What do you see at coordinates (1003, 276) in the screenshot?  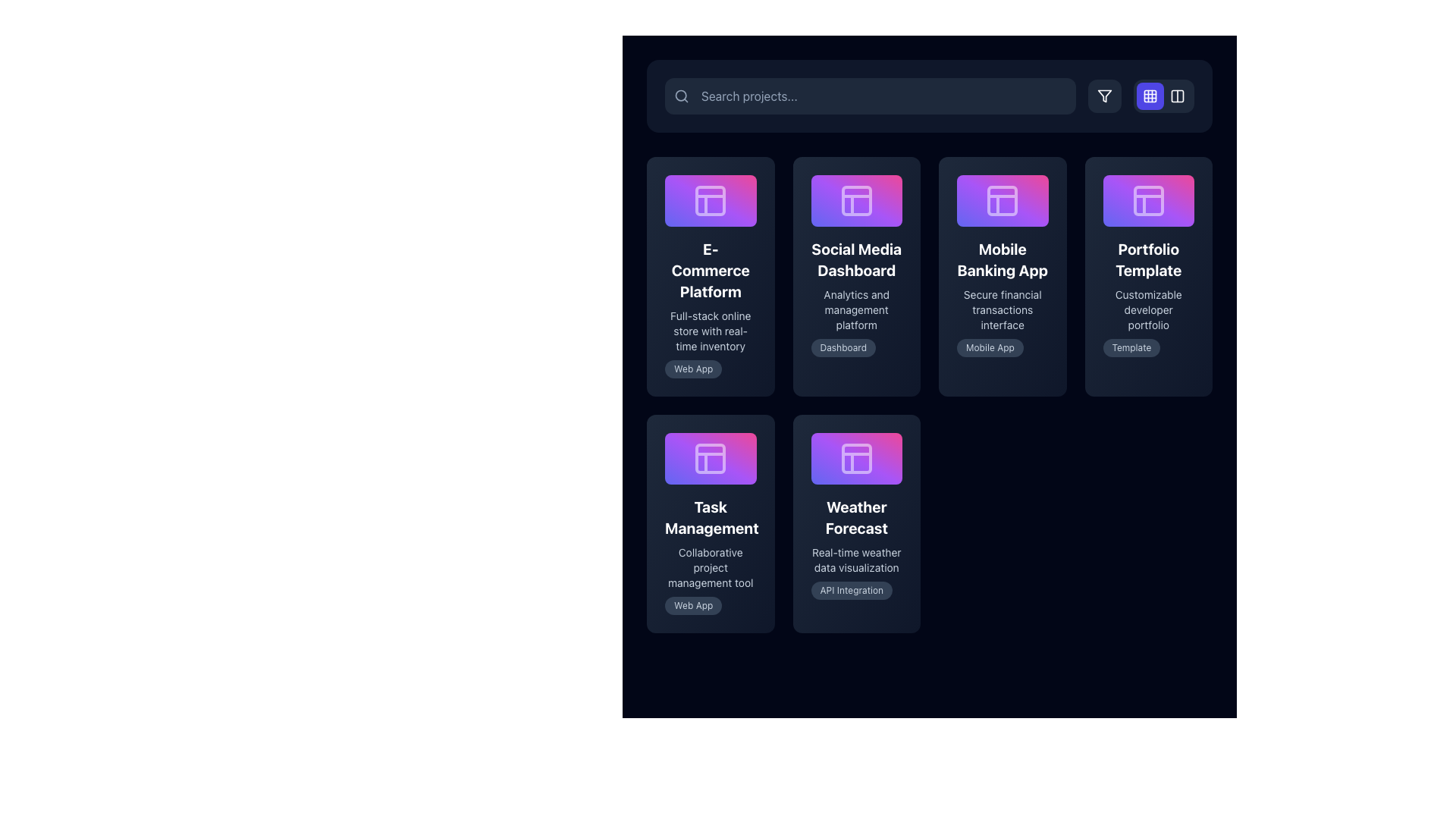 I see `the 'Mobile Banking App' card, which is the third card in the first row of a grid layout, for rearrangement` at bounding box center [1003, 276].